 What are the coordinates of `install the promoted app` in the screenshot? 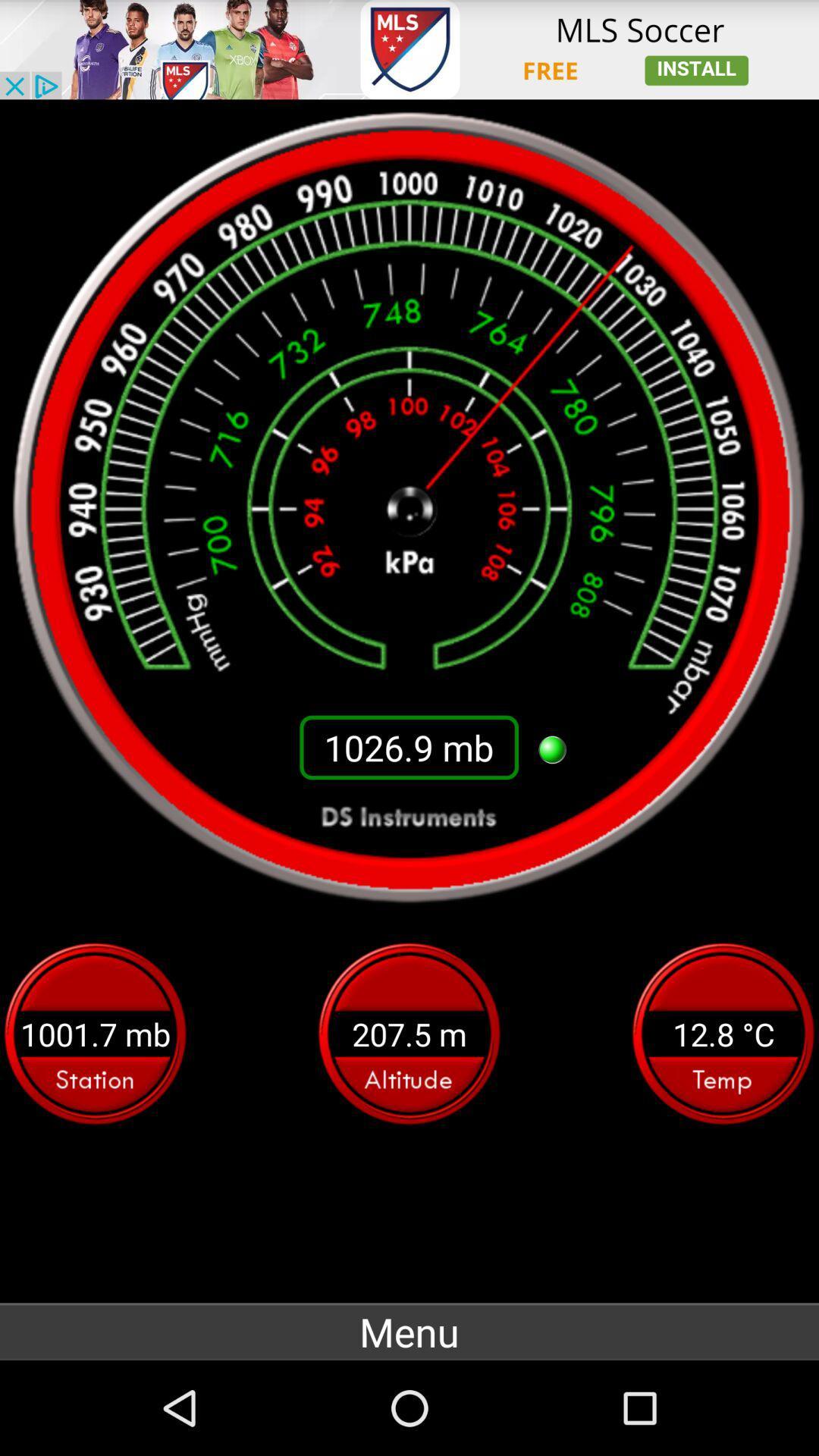 It's located at (409, 49).